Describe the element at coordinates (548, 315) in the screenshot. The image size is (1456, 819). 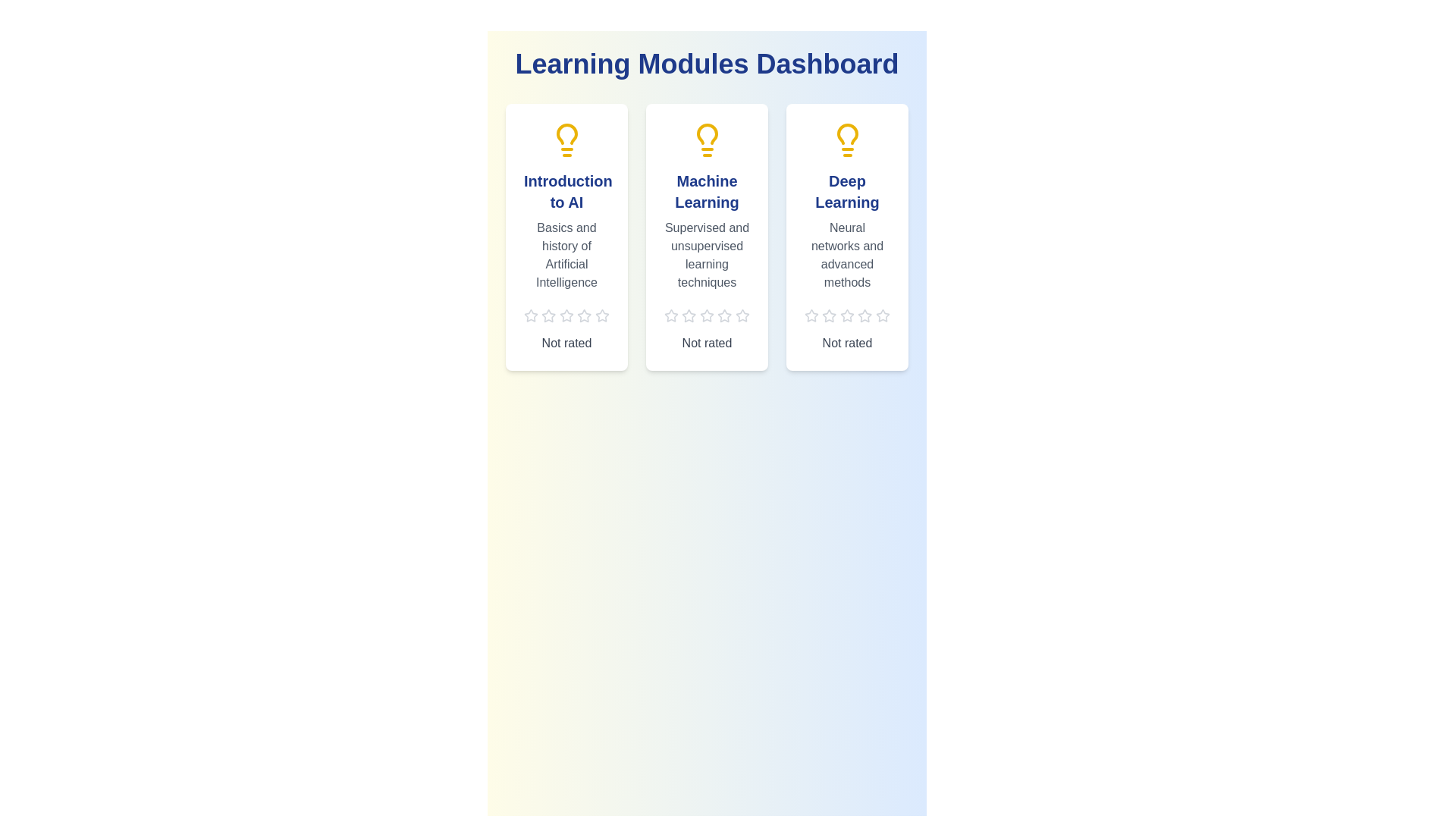
I see `the star corresponding to 2 stars to preview the rating` at that location.